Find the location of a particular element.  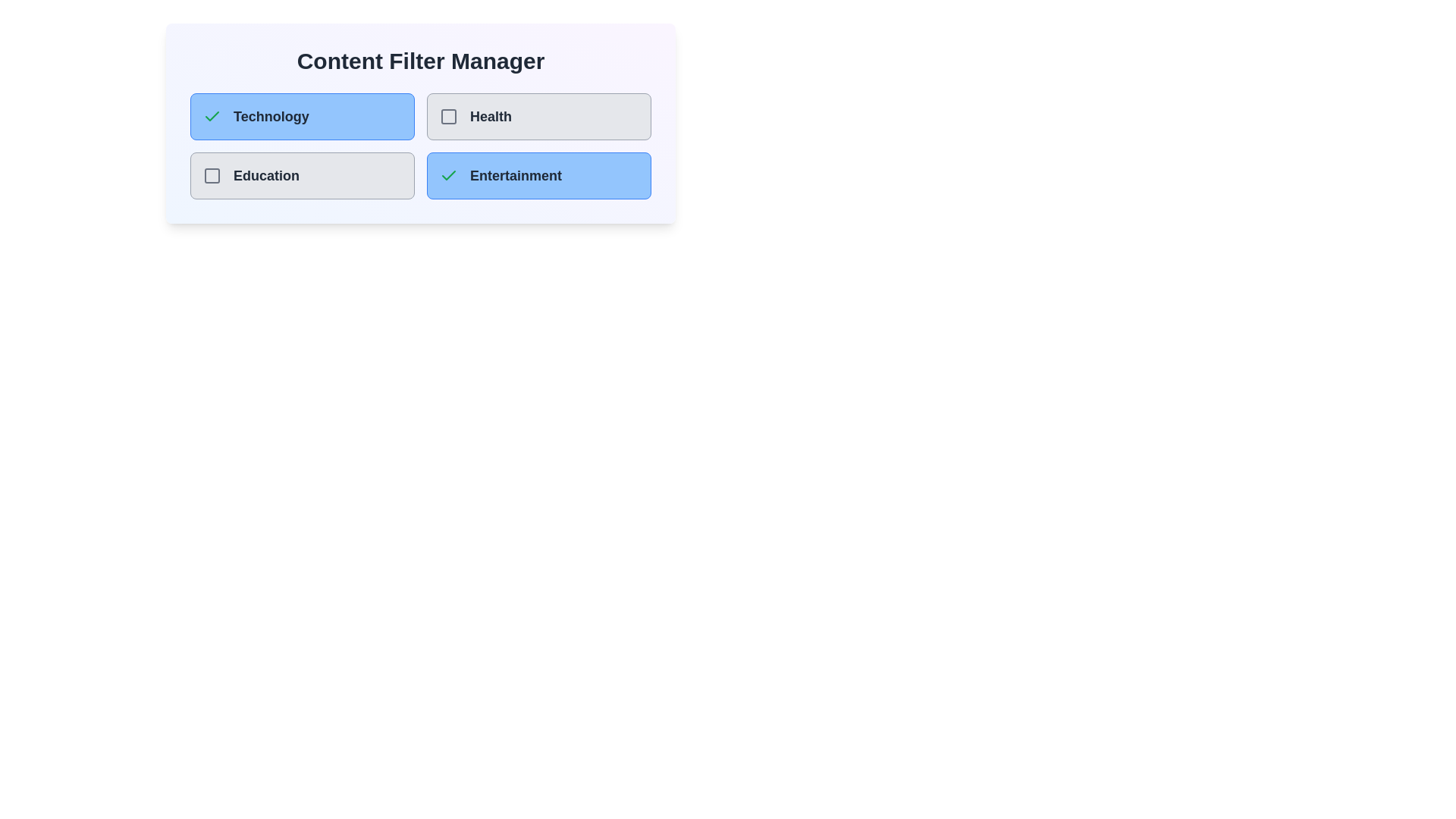

the category Entertainment is located at coordinates (447, 174).